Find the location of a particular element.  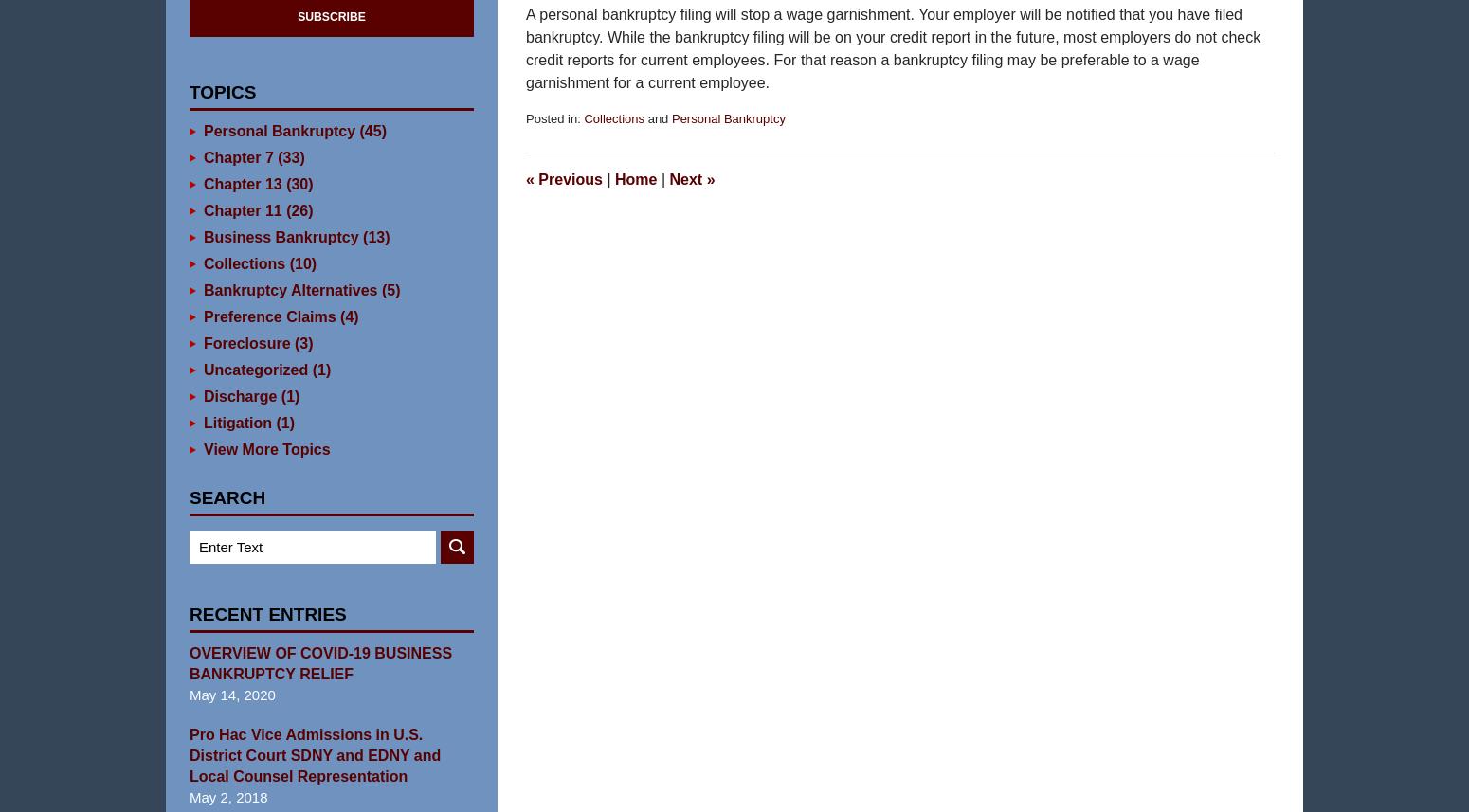

'Discharge' is located at coordinates (239, 424).